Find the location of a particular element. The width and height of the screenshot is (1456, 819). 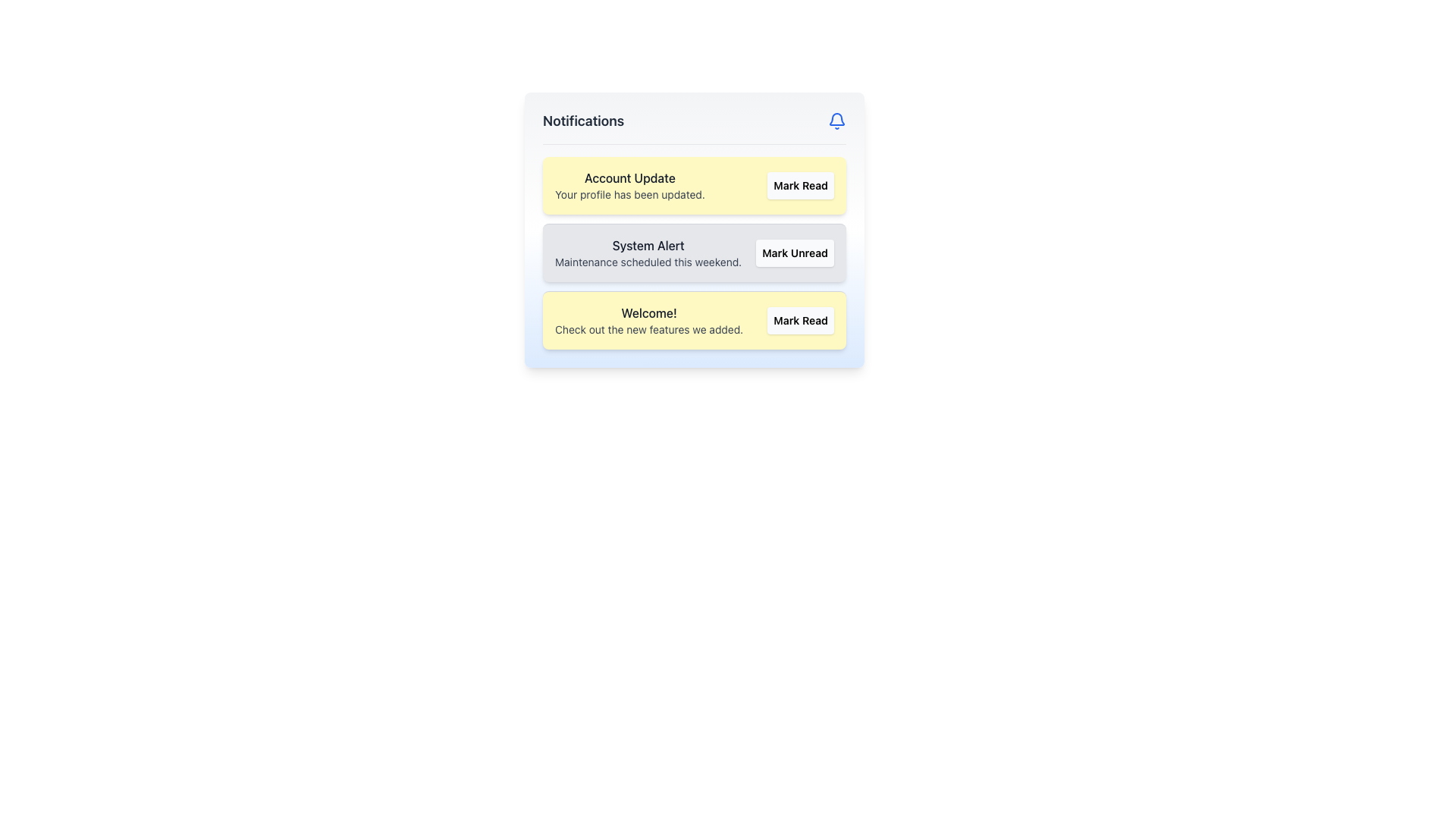

the notification message in the third notification block that informs the user of new features added is located at coordinates (649, 320).